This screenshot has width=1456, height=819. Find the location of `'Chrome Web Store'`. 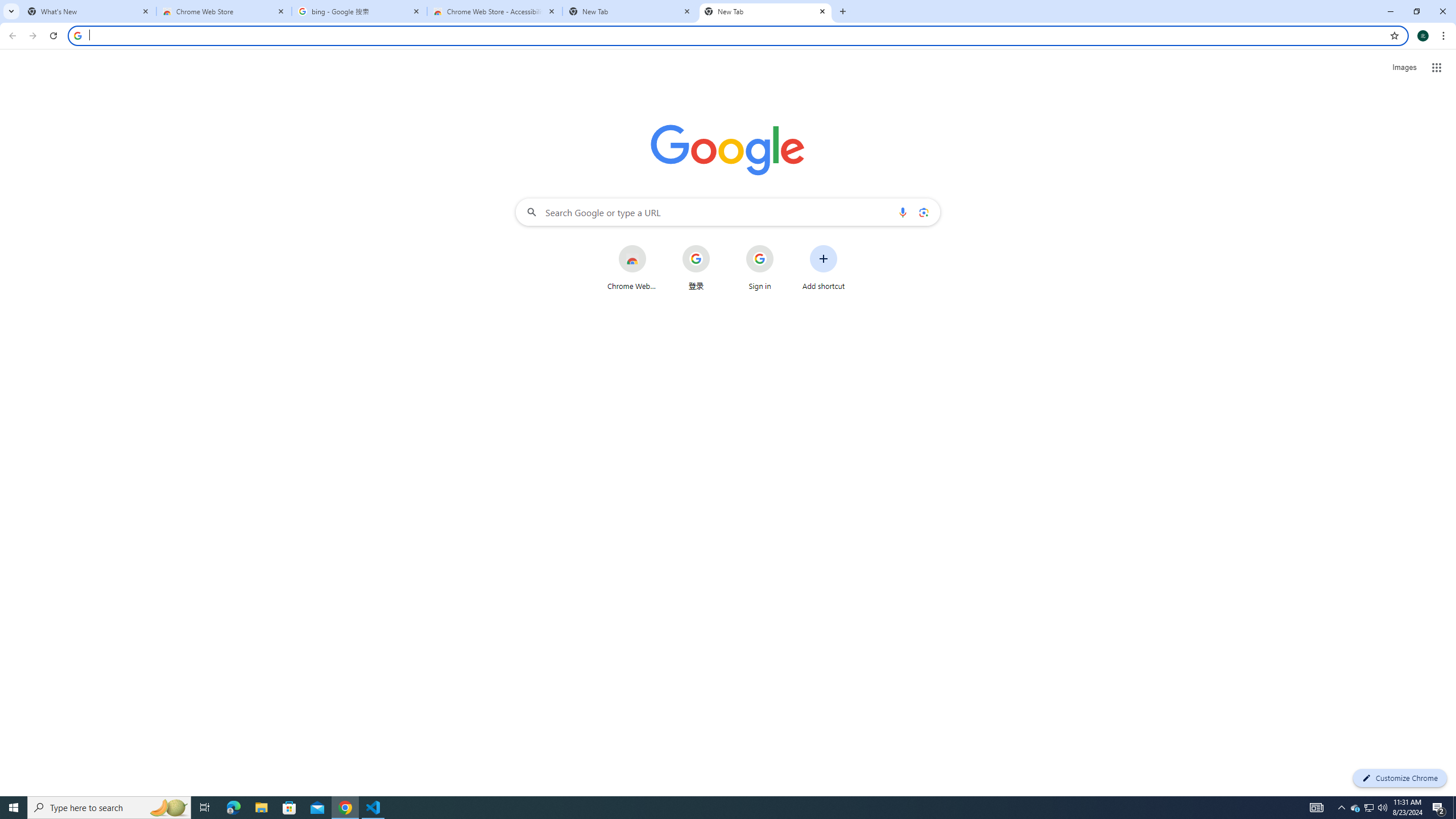

'Chrome Web Store' is located at coordinates (224, 11).